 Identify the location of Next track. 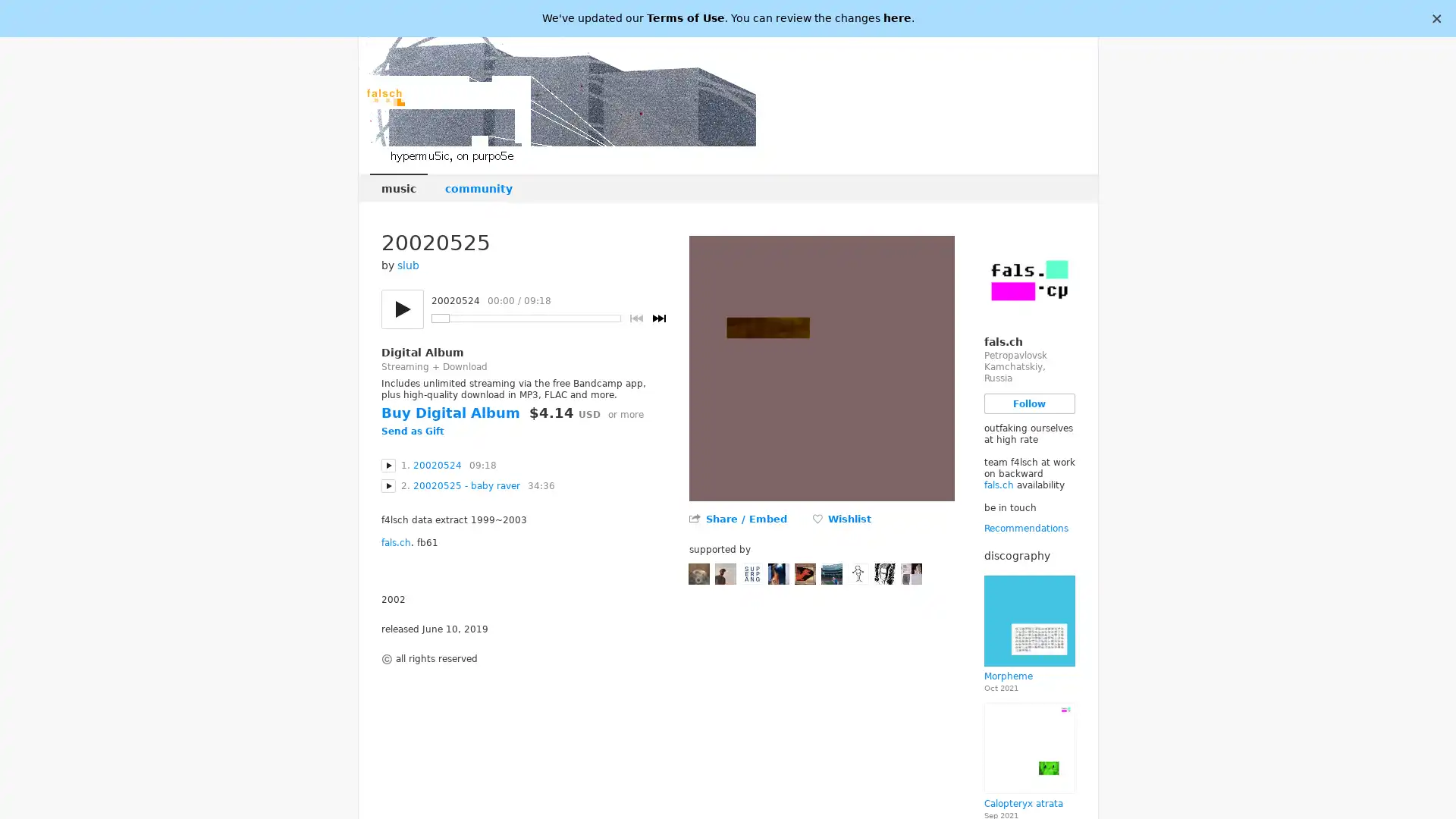
(658, 318).